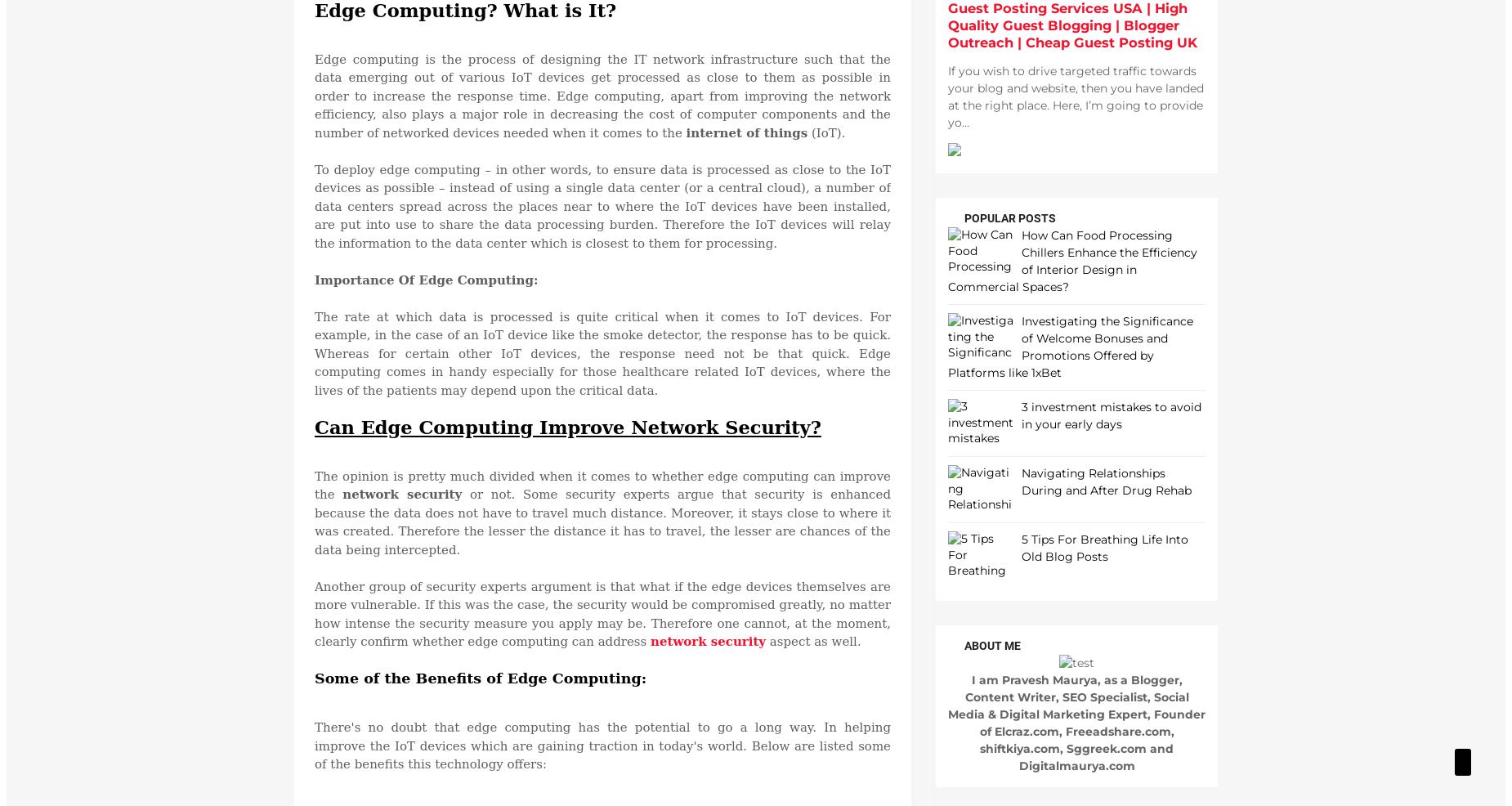 The height and width of the screenshot is (806, 1512). I want to click on 'Navigating Relationships During and After Drug Rehab', so click(1106, 481).